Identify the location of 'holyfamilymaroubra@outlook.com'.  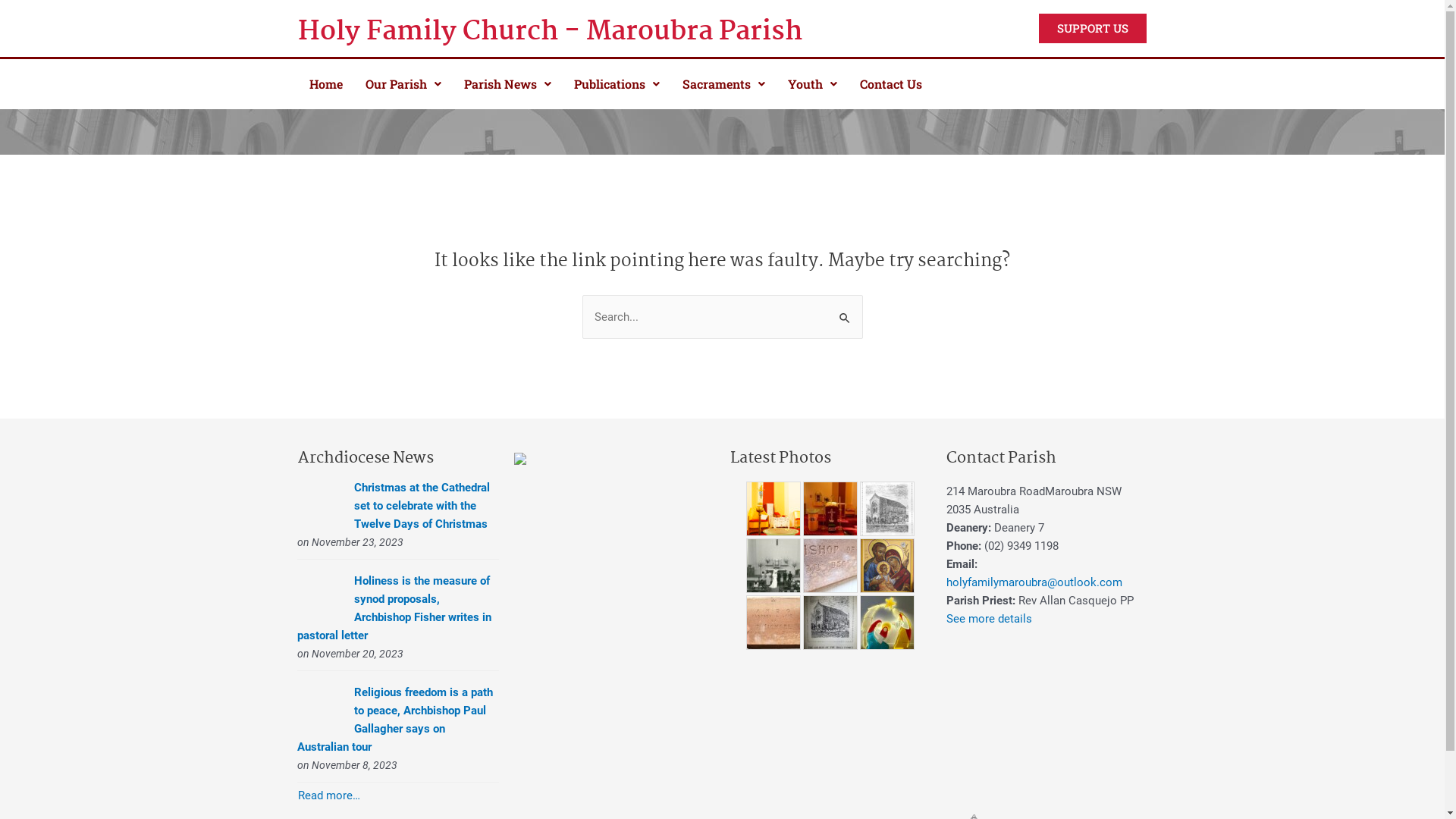
(1033, 581).